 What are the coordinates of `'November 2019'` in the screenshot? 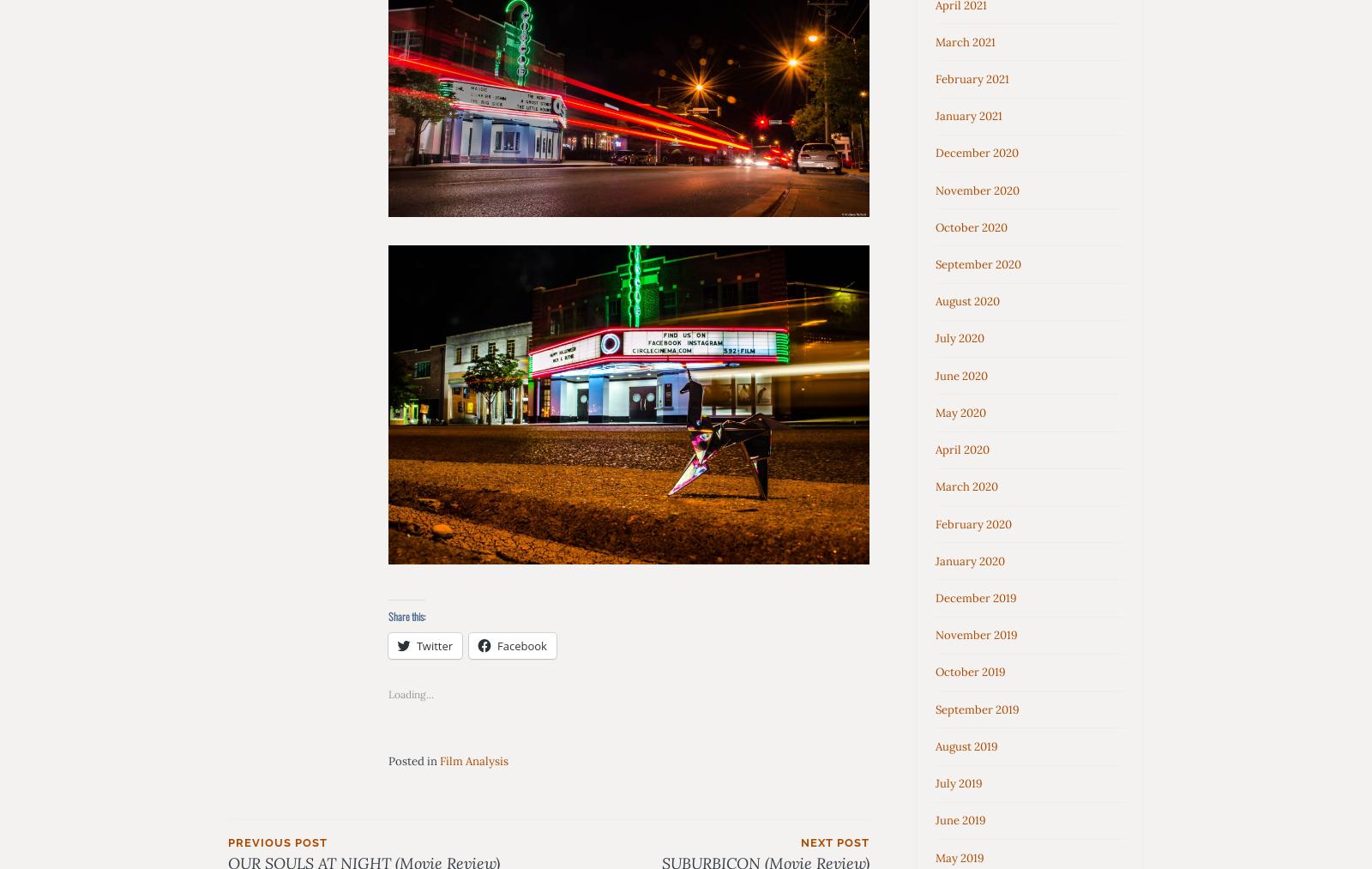 It's located at (977, 635).